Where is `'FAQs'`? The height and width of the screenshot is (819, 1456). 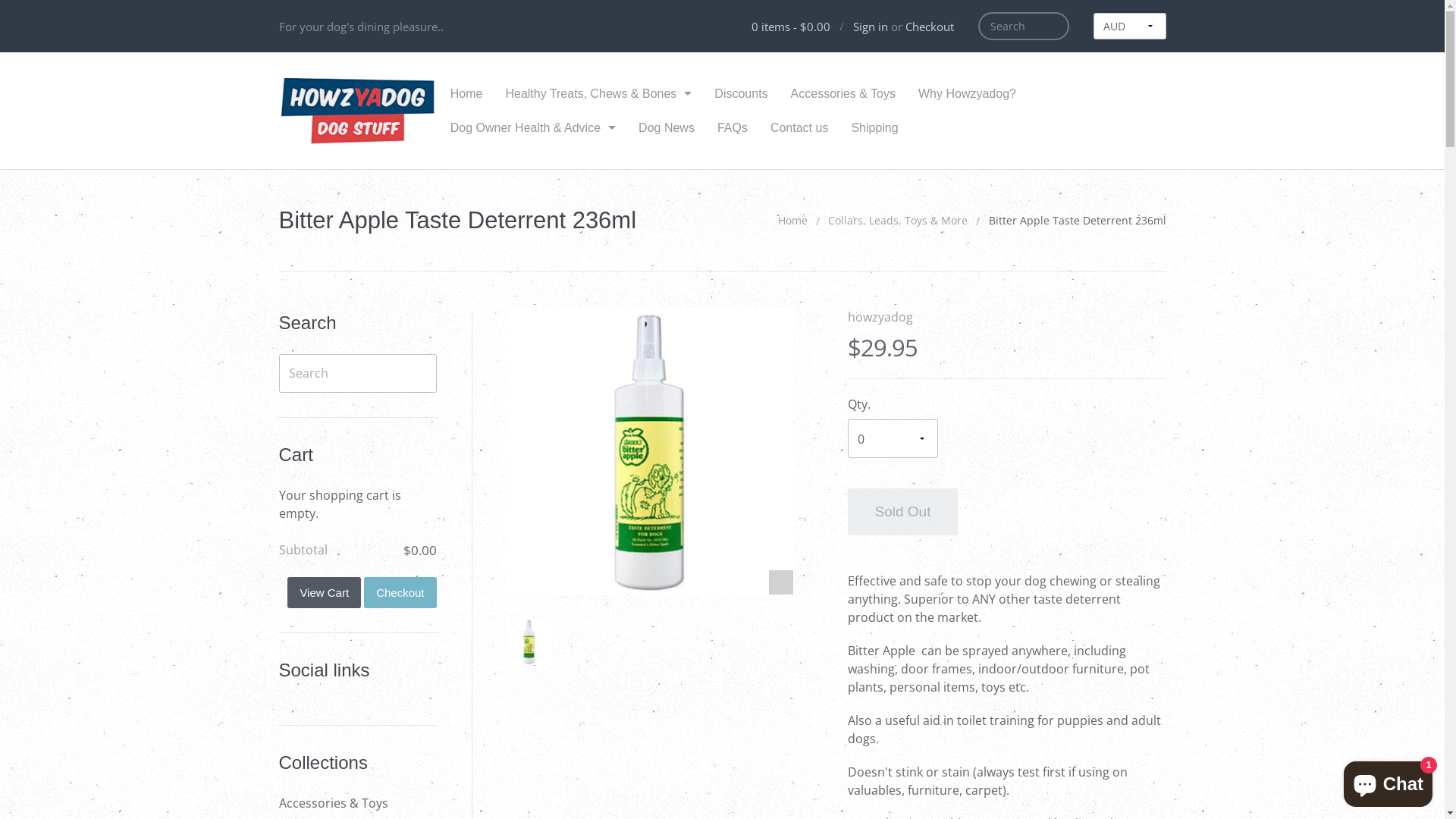 'FAQs' is located at coordinates (732, 127).